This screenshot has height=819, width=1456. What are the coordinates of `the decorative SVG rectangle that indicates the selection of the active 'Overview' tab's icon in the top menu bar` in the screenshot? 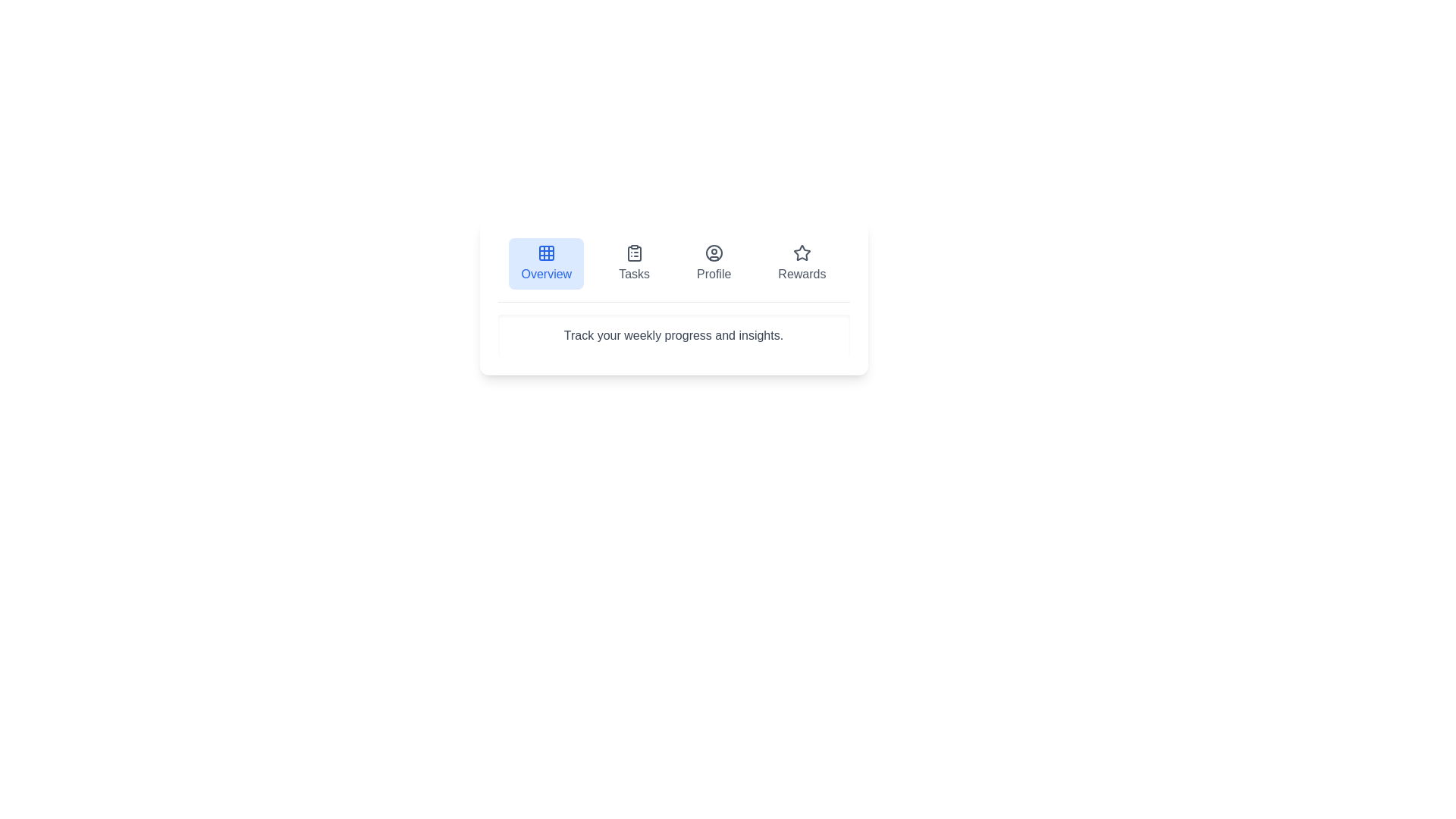 It's located at (546, 253).